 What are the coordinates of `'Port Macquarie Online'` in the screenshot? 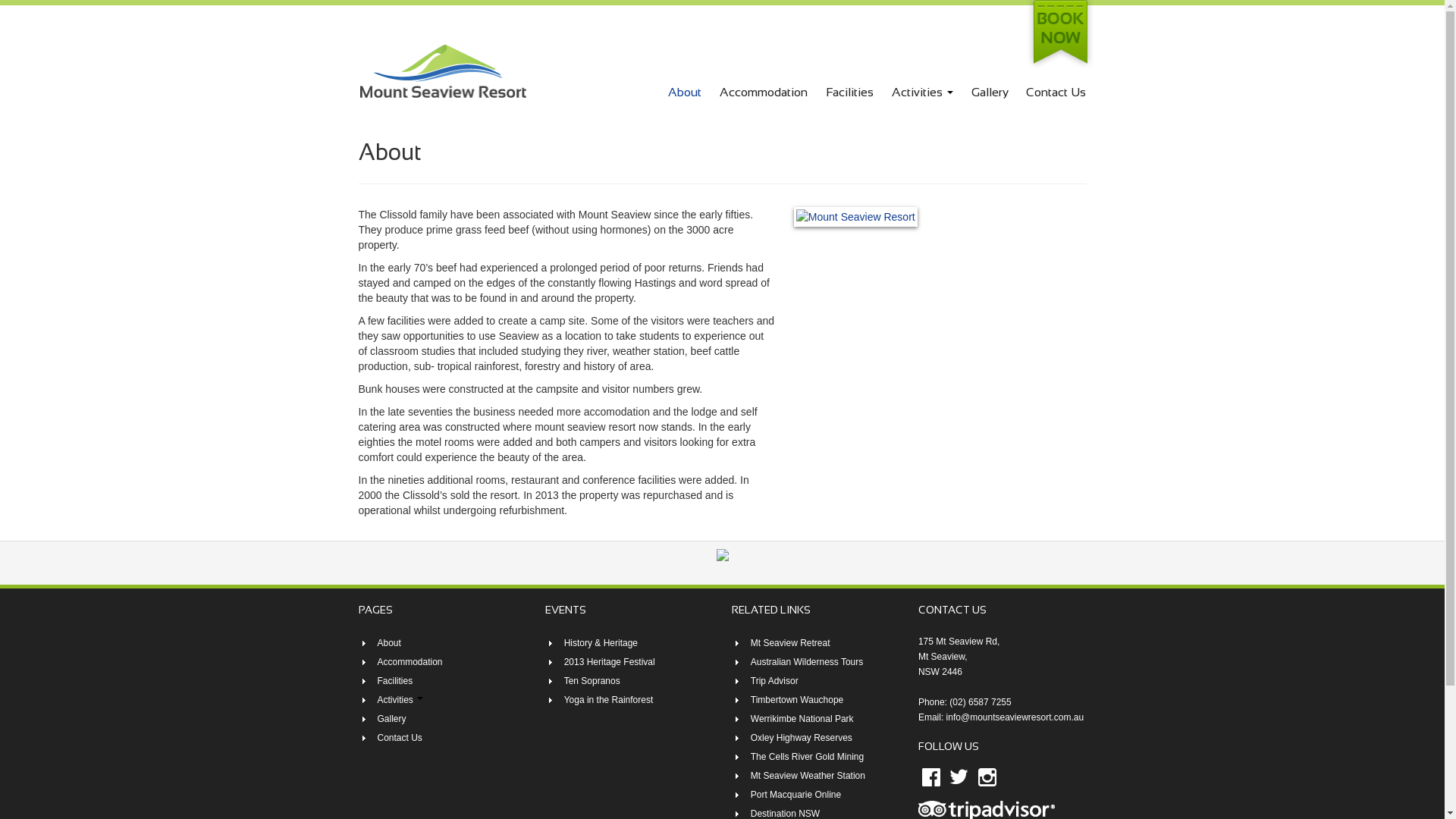 It's located at (750, 794).